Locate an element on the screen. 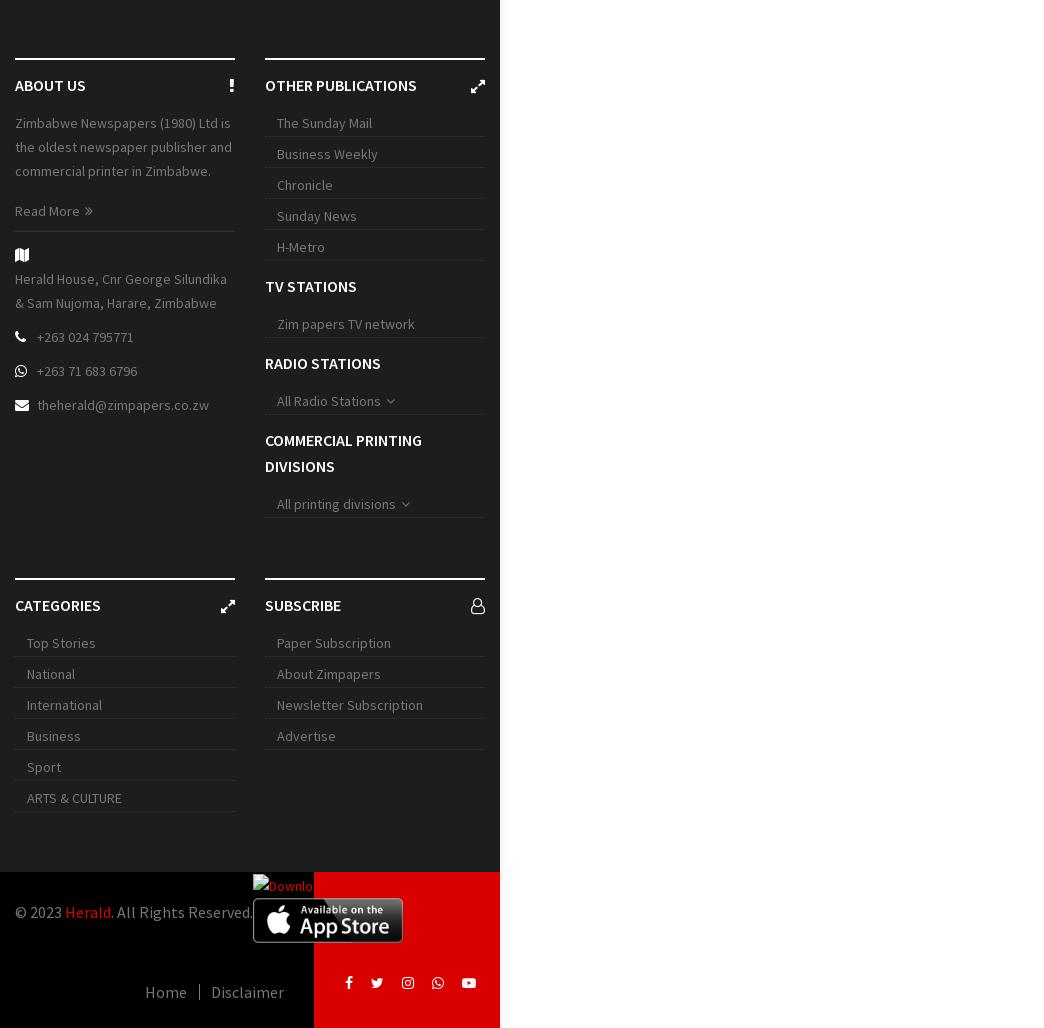 This screenshot has height=1028, width=1044. 'Commercial printing divisions' is located at coordinates (343, 452).